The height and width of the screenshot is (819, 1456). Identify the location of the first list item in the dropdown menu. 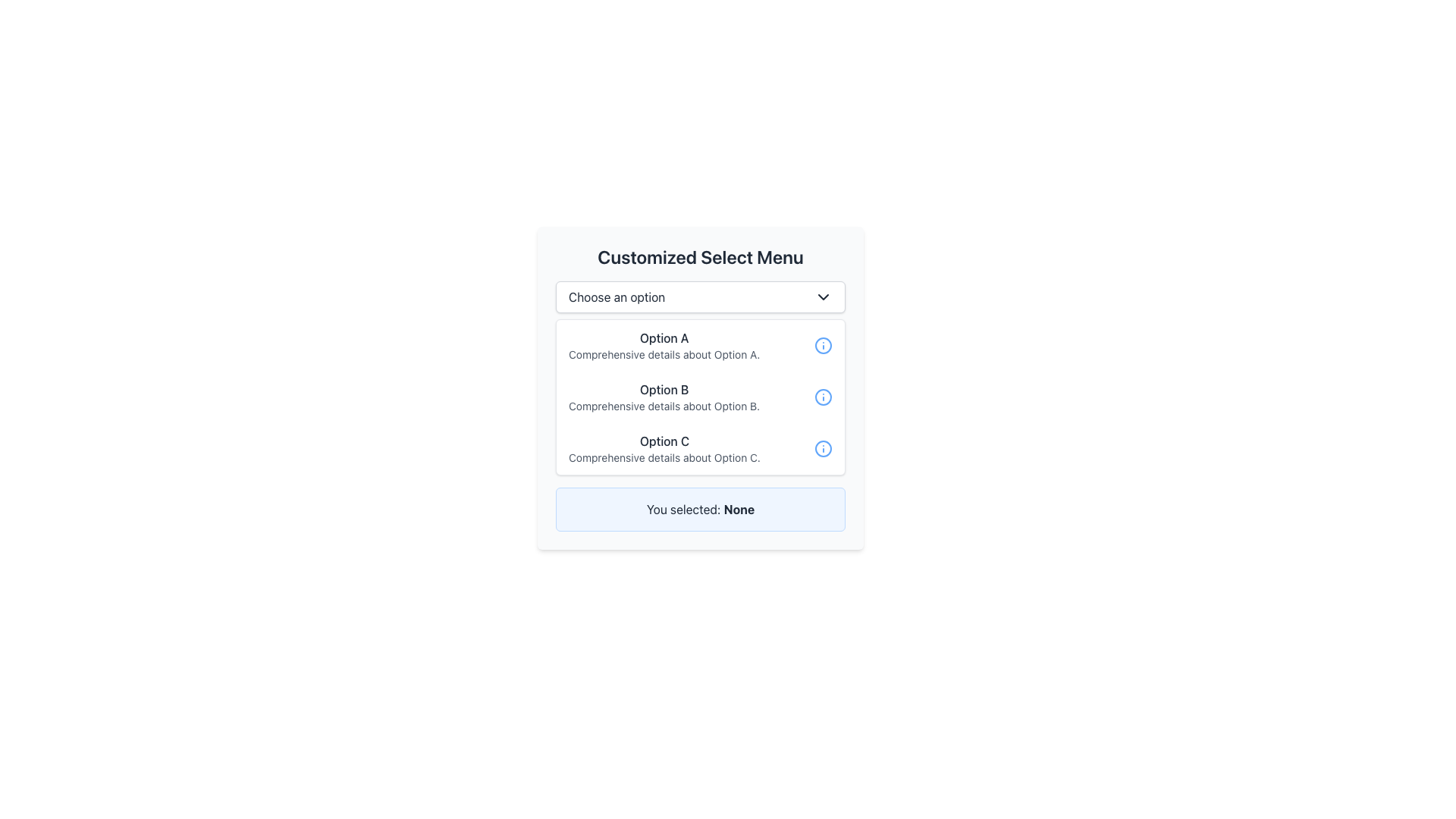
(700, 345).